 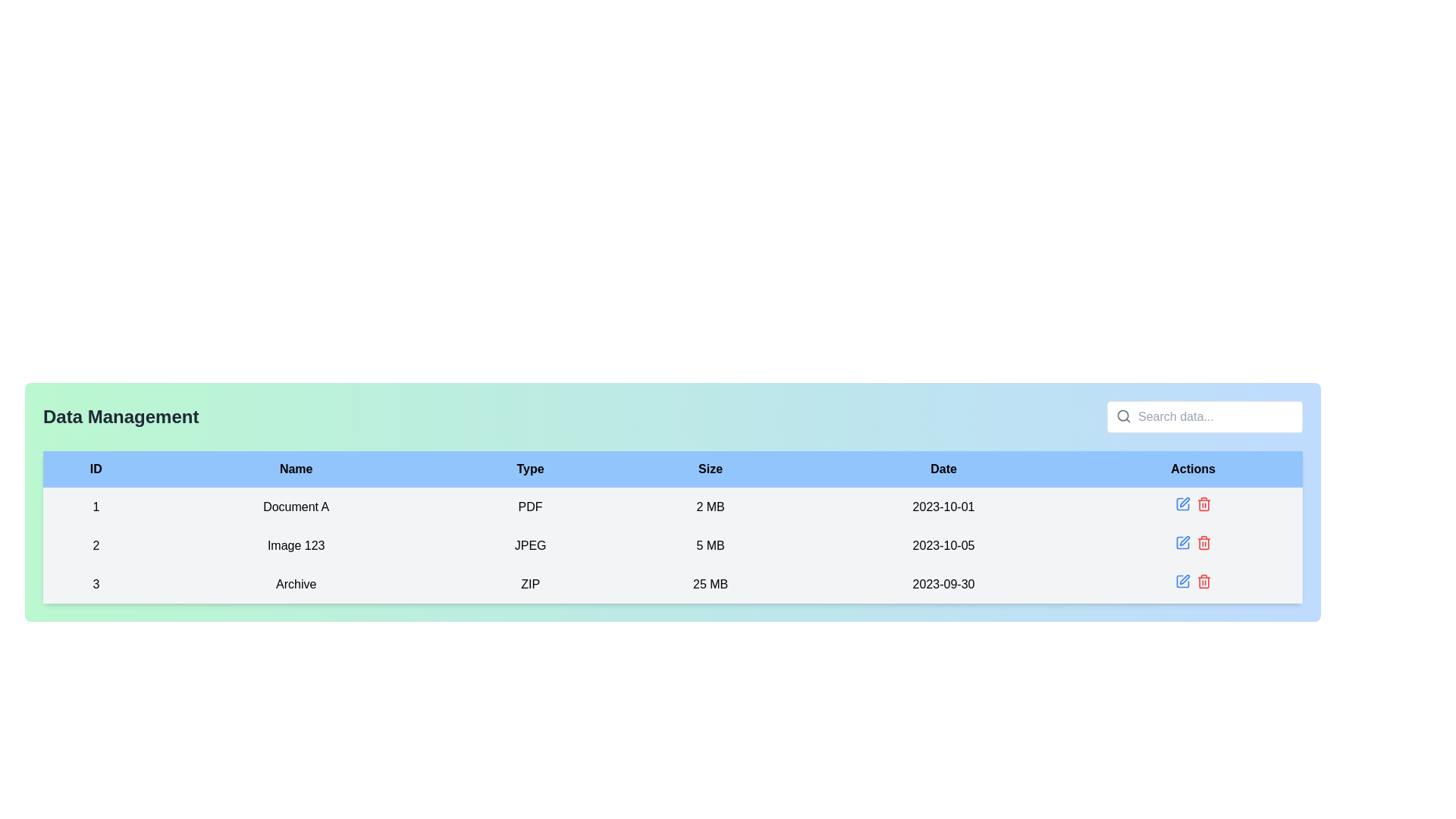 I want to click on the blue pen icon button located in the first row of the 'Actions' column of the data management table, so click(x=1181, y=504).